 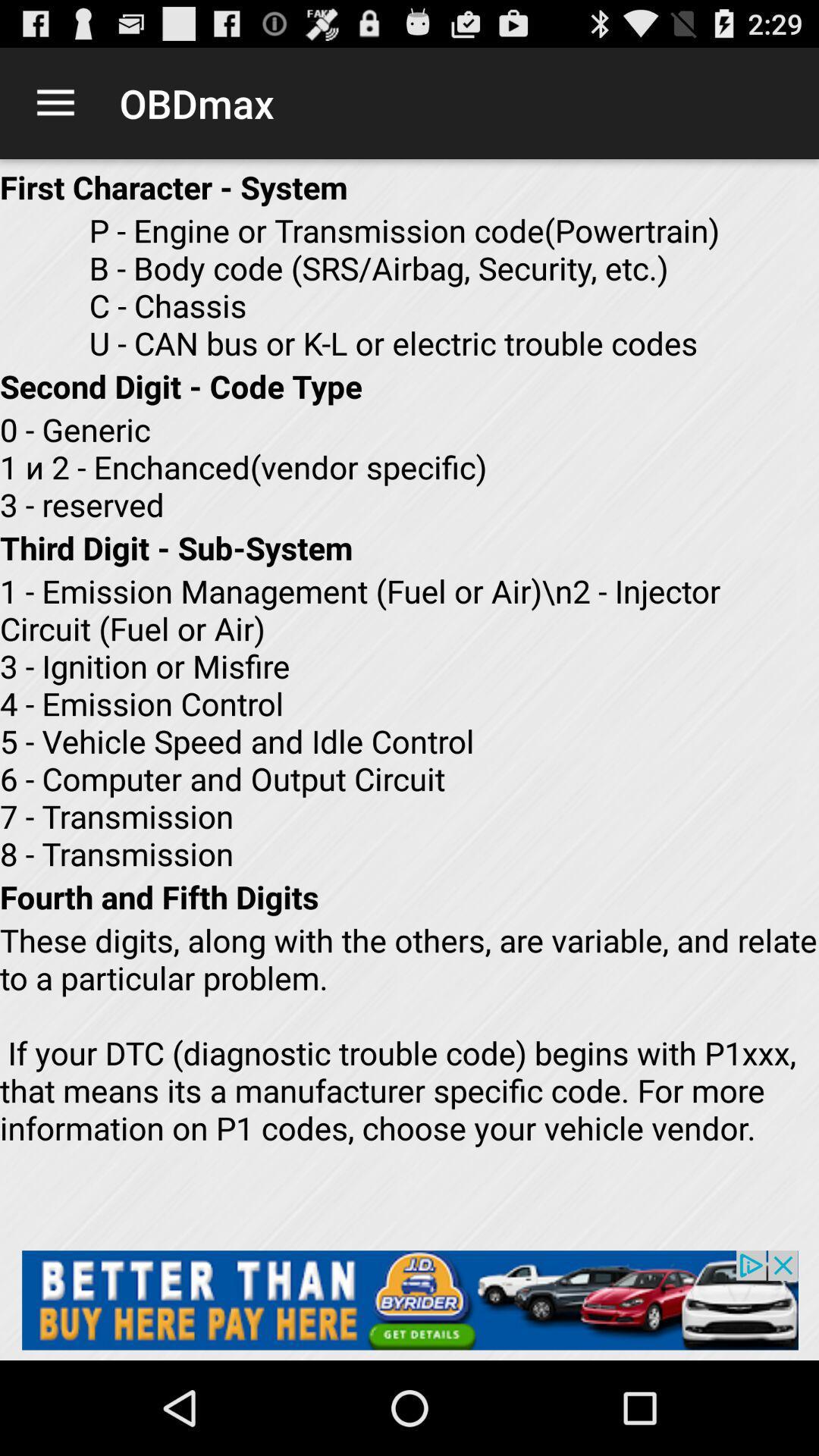 What do you see at coordinates (409, 1299) in the screenshot?
I see `option` at bounding box center [409, 1299].